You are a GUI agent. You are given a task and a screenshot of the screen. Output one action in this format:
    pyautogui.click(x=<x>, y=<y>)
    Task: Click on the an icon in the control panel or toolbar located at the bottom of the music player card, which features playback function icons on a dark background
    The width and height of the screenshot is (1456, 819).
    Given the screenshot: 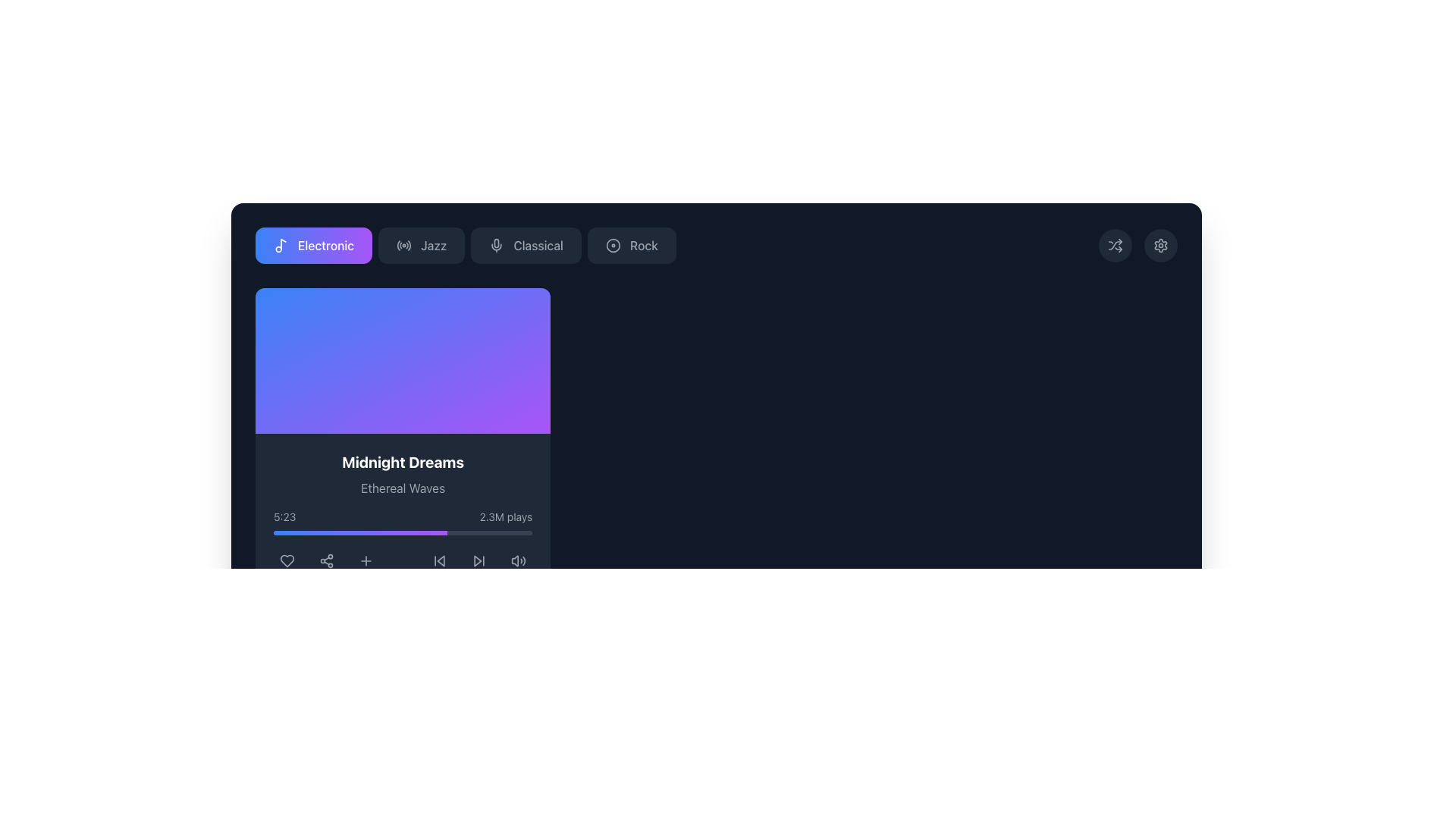 What is the action you would take?
    pyautogui.click(x=403, y=561)
    